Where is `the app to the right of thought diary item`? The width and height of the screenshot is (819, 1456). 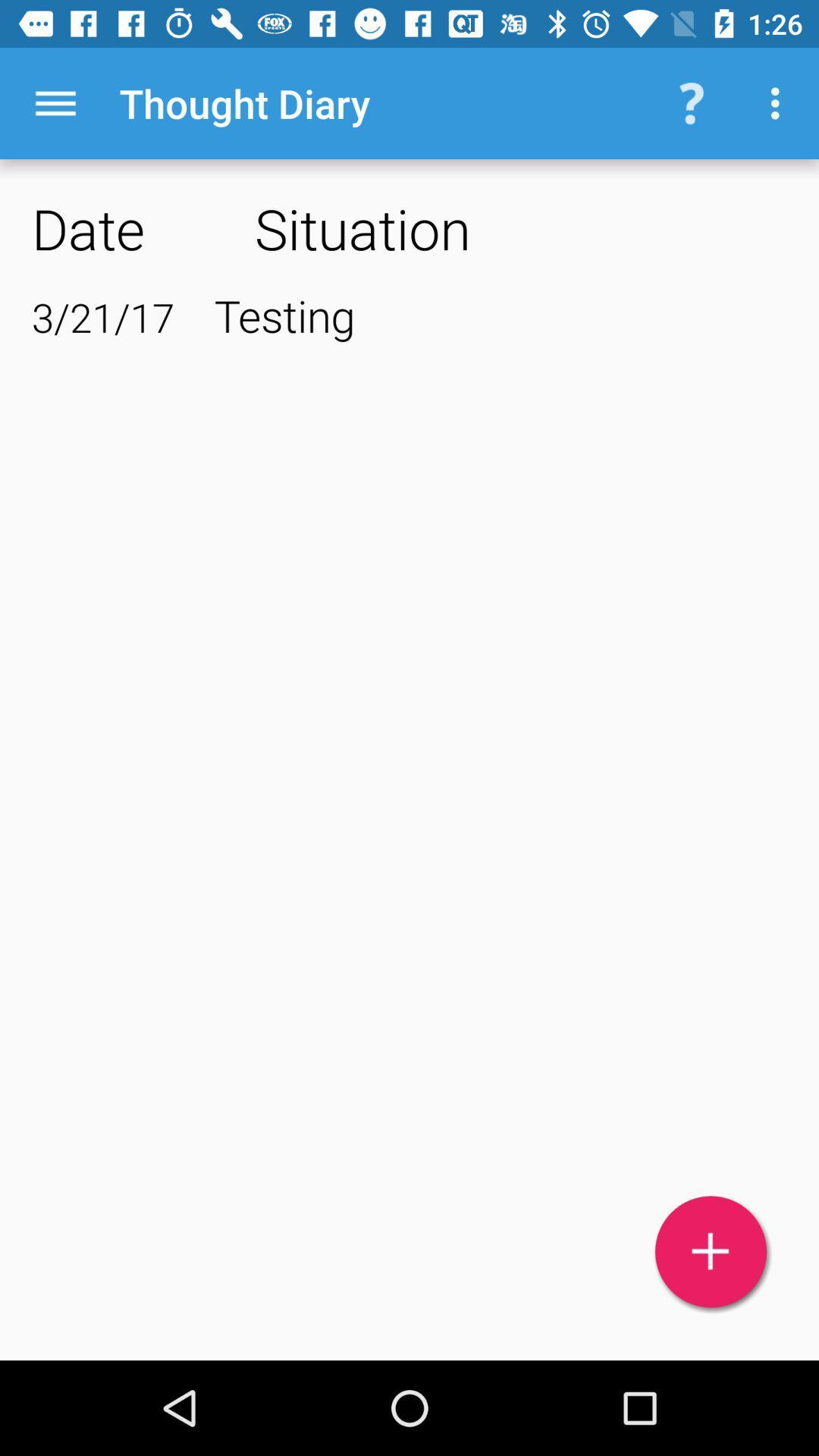 the app to the right of thought diary item is located at coordinates (691, 102).